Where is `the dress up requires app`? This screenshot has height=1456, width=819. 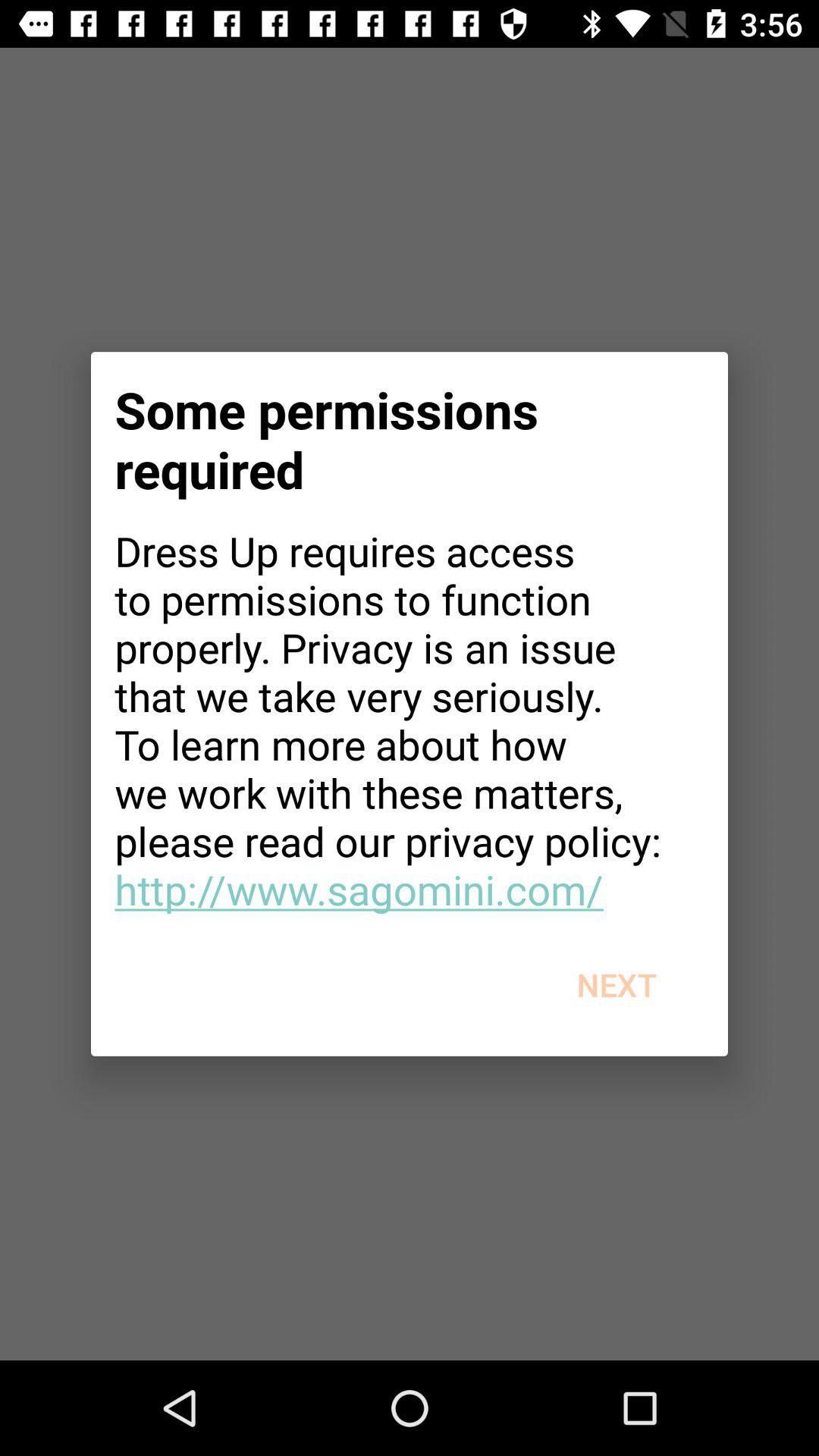
the dress up requires app is located at coordinates (409, 719).